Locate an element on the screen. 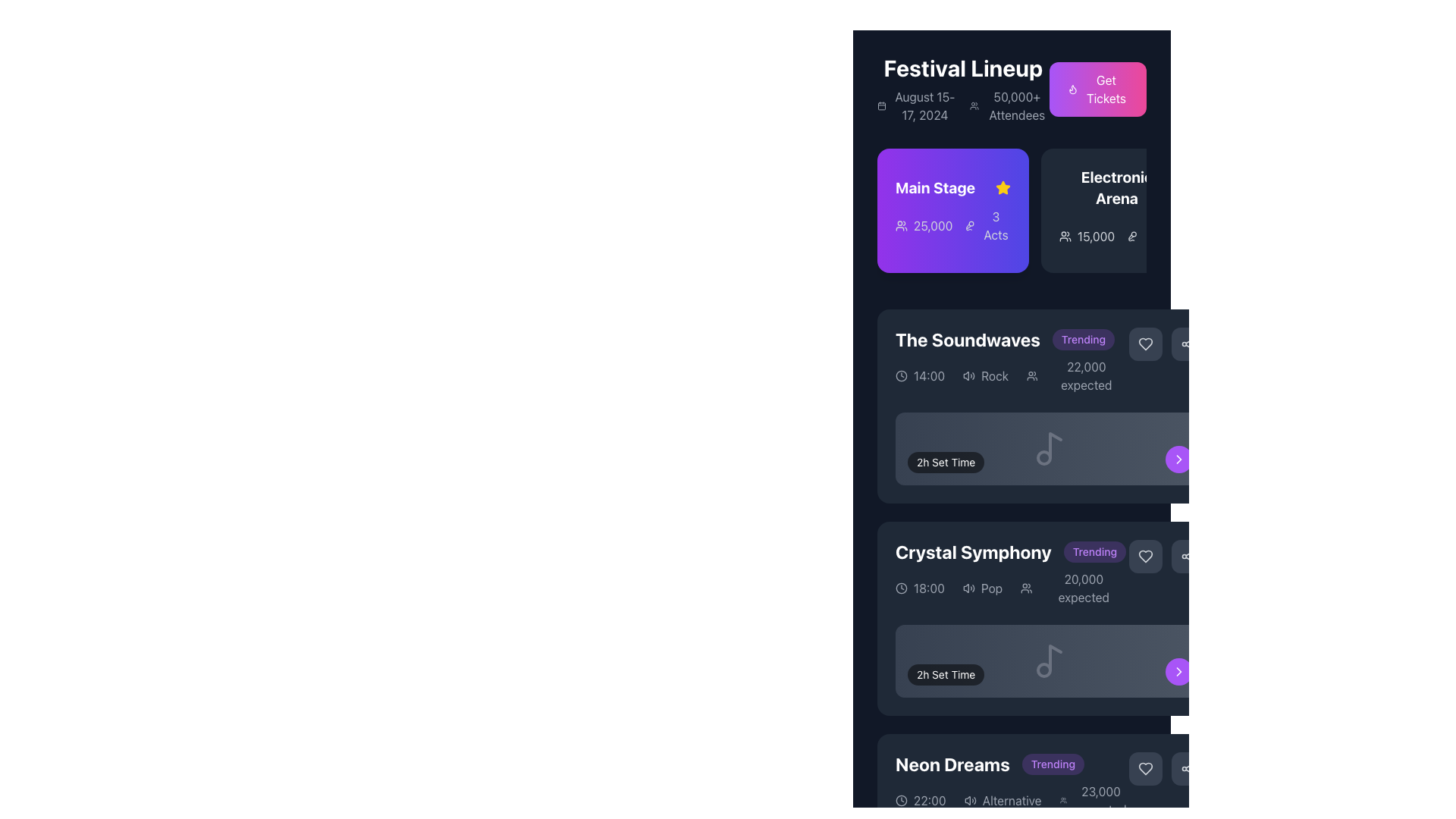 Image resolution: width=1456 pixels, height=819 pixels. title 'The Soundwaves' and the trending status indicated by the 'Trending' badge located at the top left corner of the event listing card is located at coordinates (1012, 338).